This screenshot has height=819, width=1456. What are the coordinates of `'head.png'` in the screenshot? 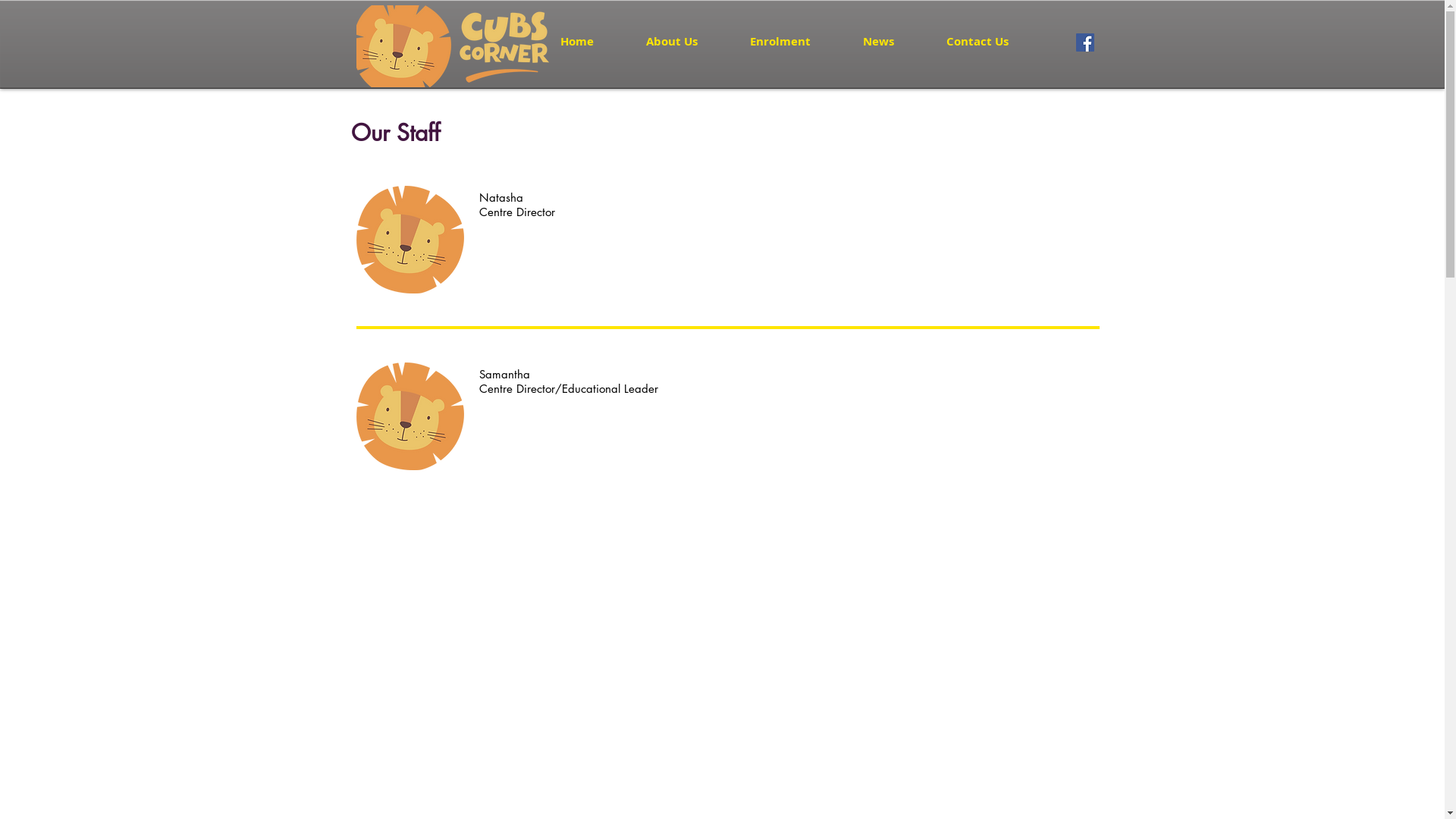 It's located at (410, 239).